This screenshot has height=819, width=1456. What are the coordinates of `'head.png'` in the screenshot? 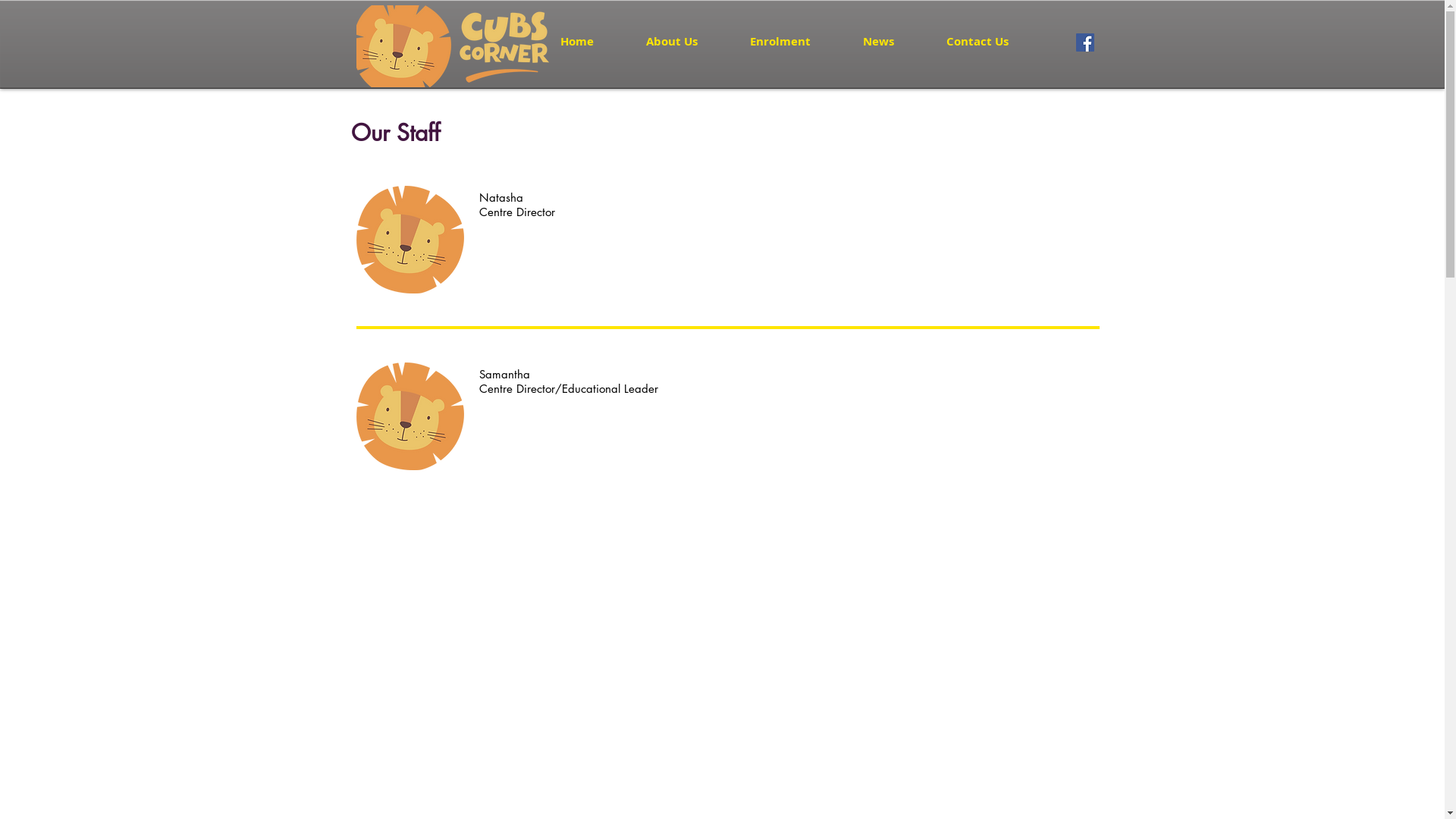 It's located at (410, 239).